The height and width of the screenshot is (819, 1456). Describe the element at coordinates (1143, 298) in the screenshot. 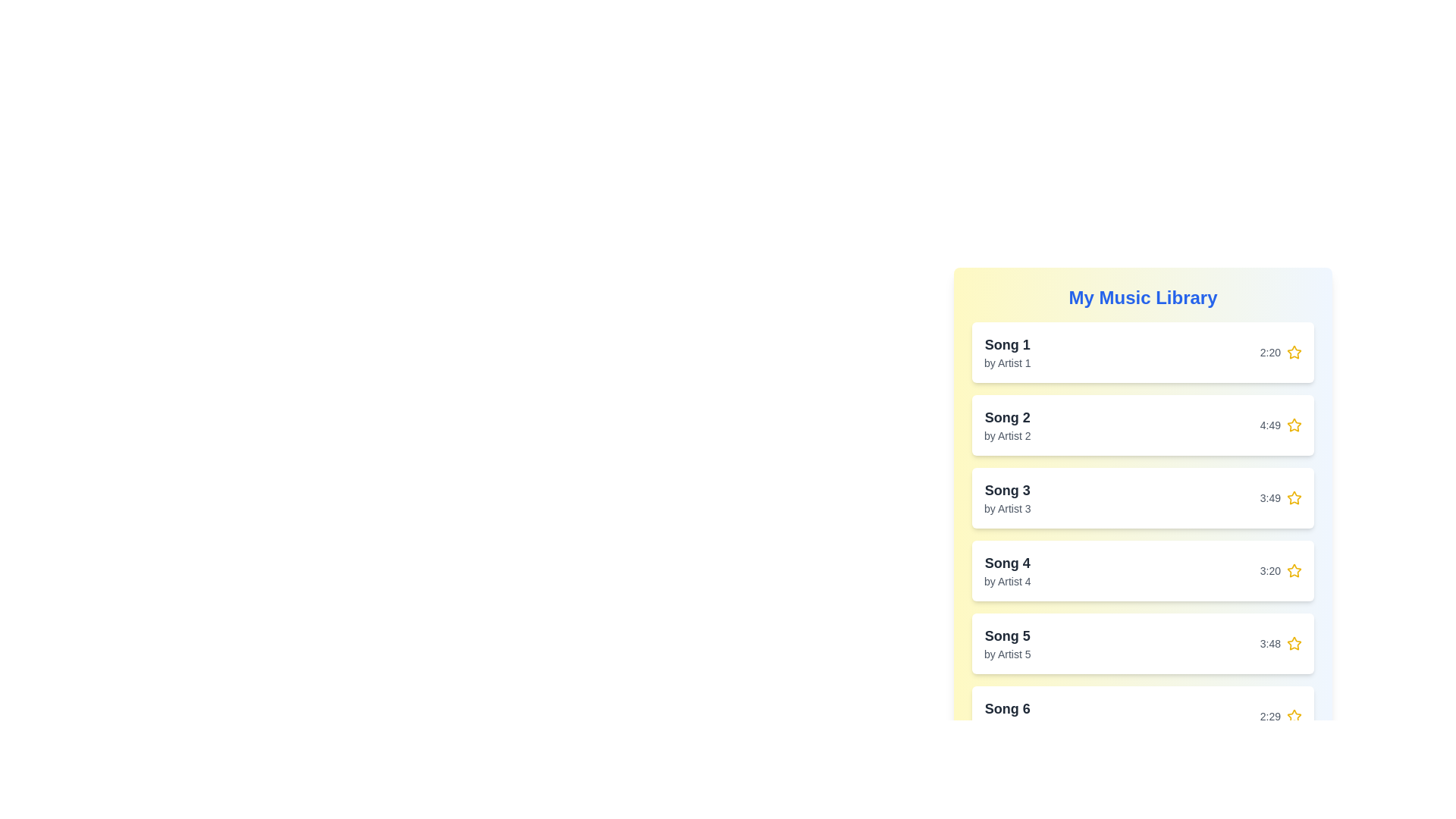

I see `the centered bold header with the text 'My Music Library', which is styled in vibrant blue and located at the top of the music library section` at that location.